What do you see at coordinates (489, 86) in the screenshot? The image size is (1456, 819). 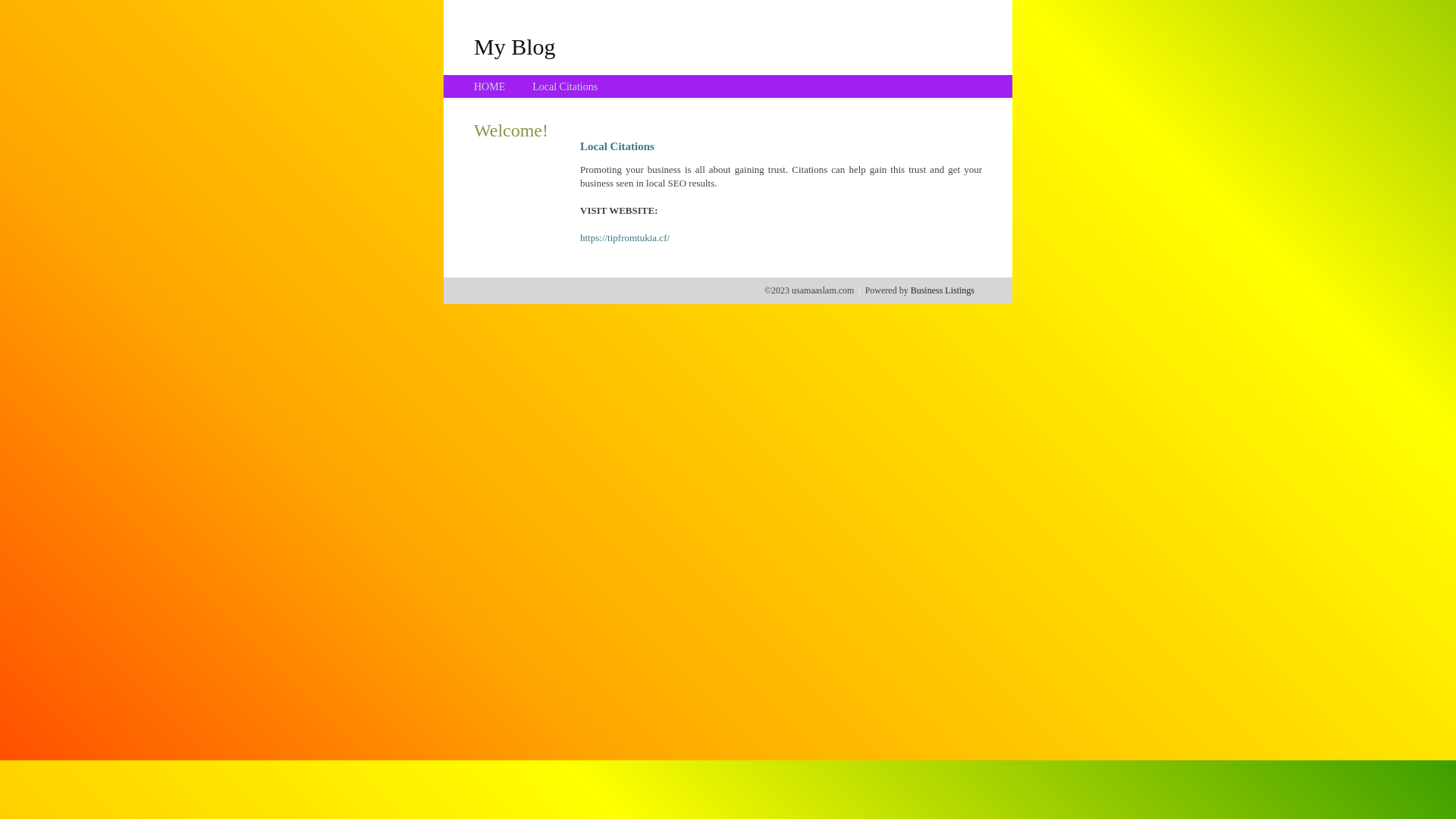 I see `'HOME'` at bounding box center [489, 86].